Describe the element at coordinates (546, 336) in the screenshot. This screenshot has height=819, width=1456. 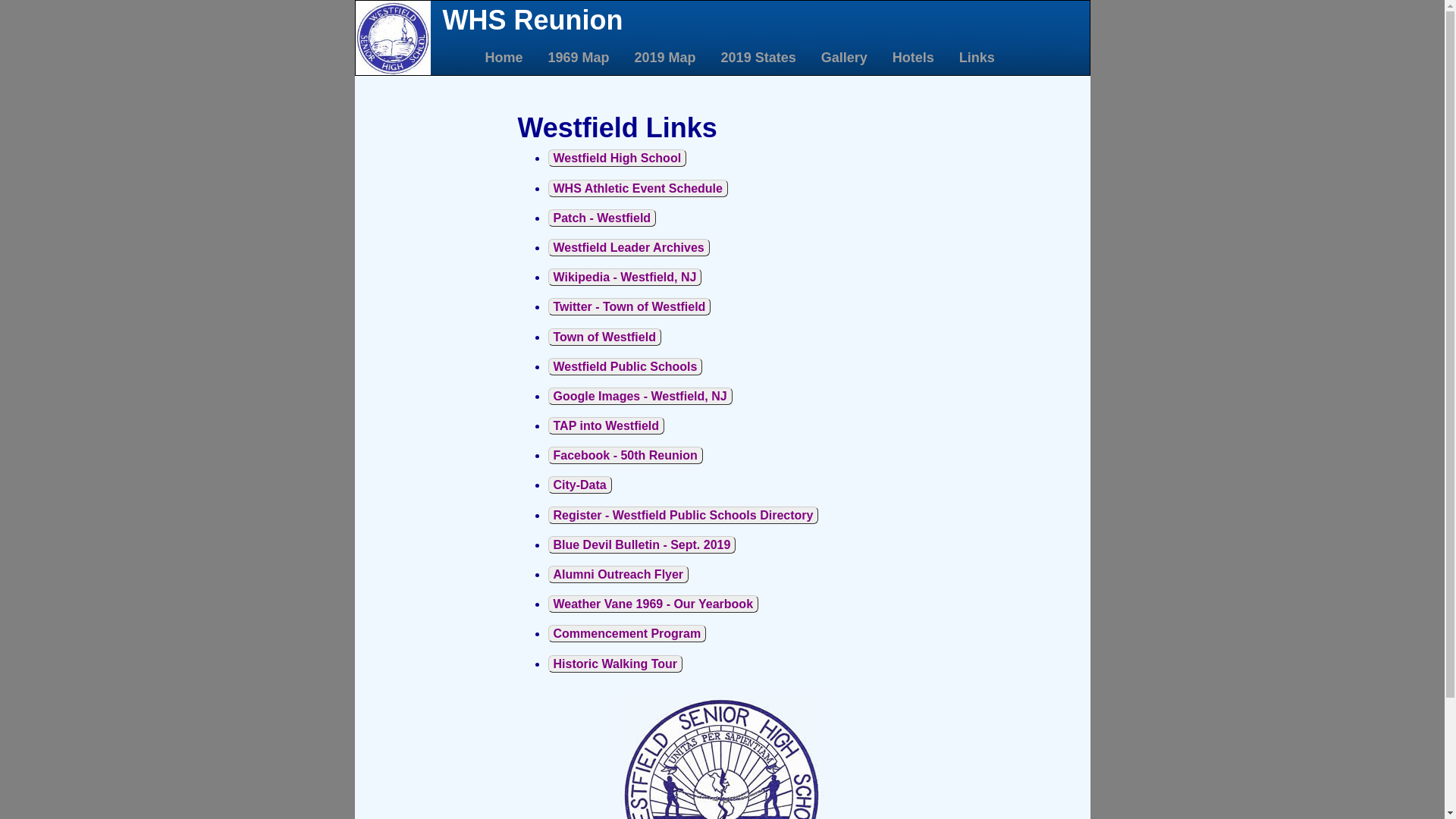
I see `'Town of Westfield'` at that location.